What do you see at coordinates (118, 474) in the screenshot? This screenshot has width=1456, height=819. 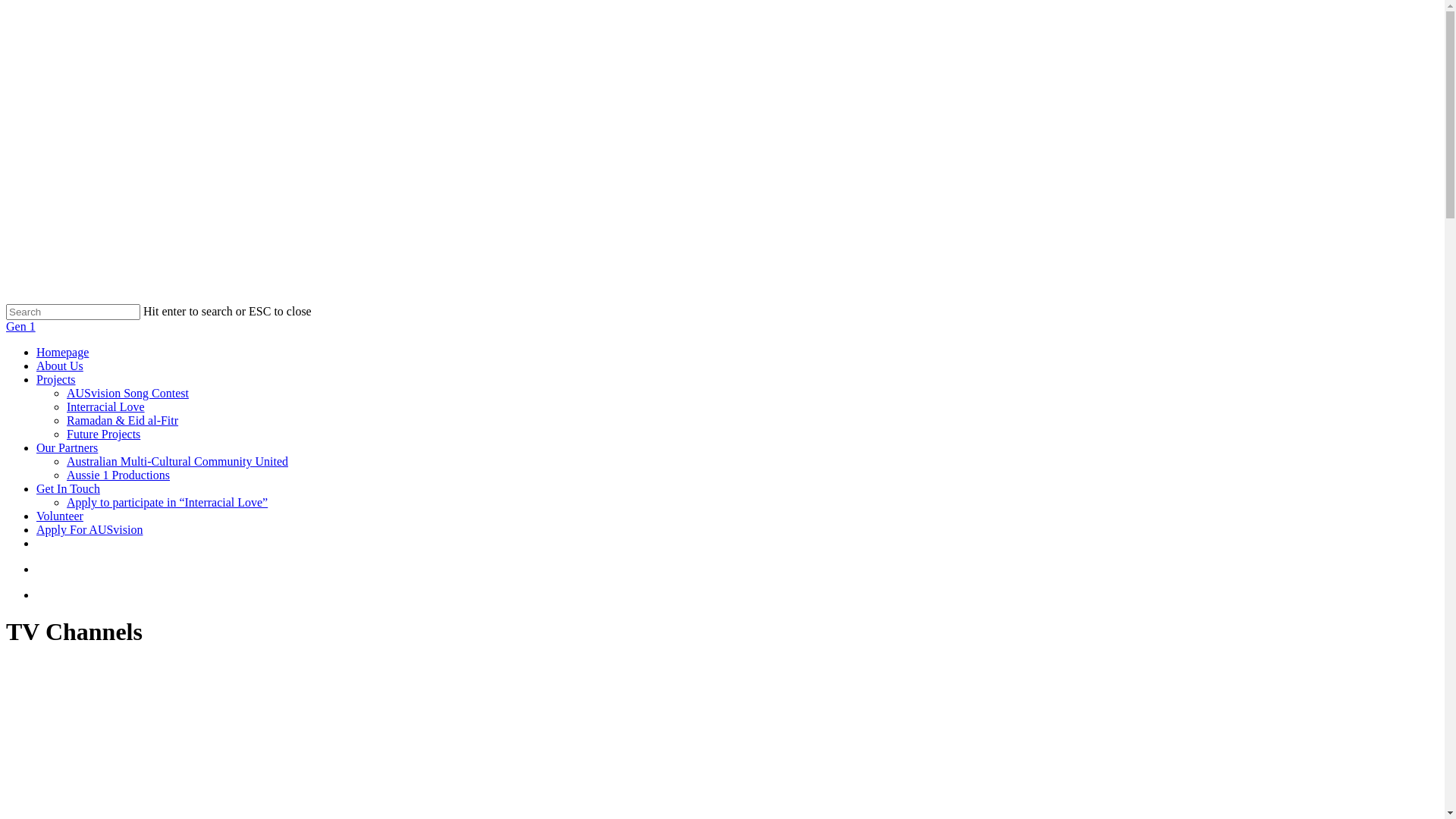 I see `'Aussie 1 Productions'` at bounding box center [118, 474].